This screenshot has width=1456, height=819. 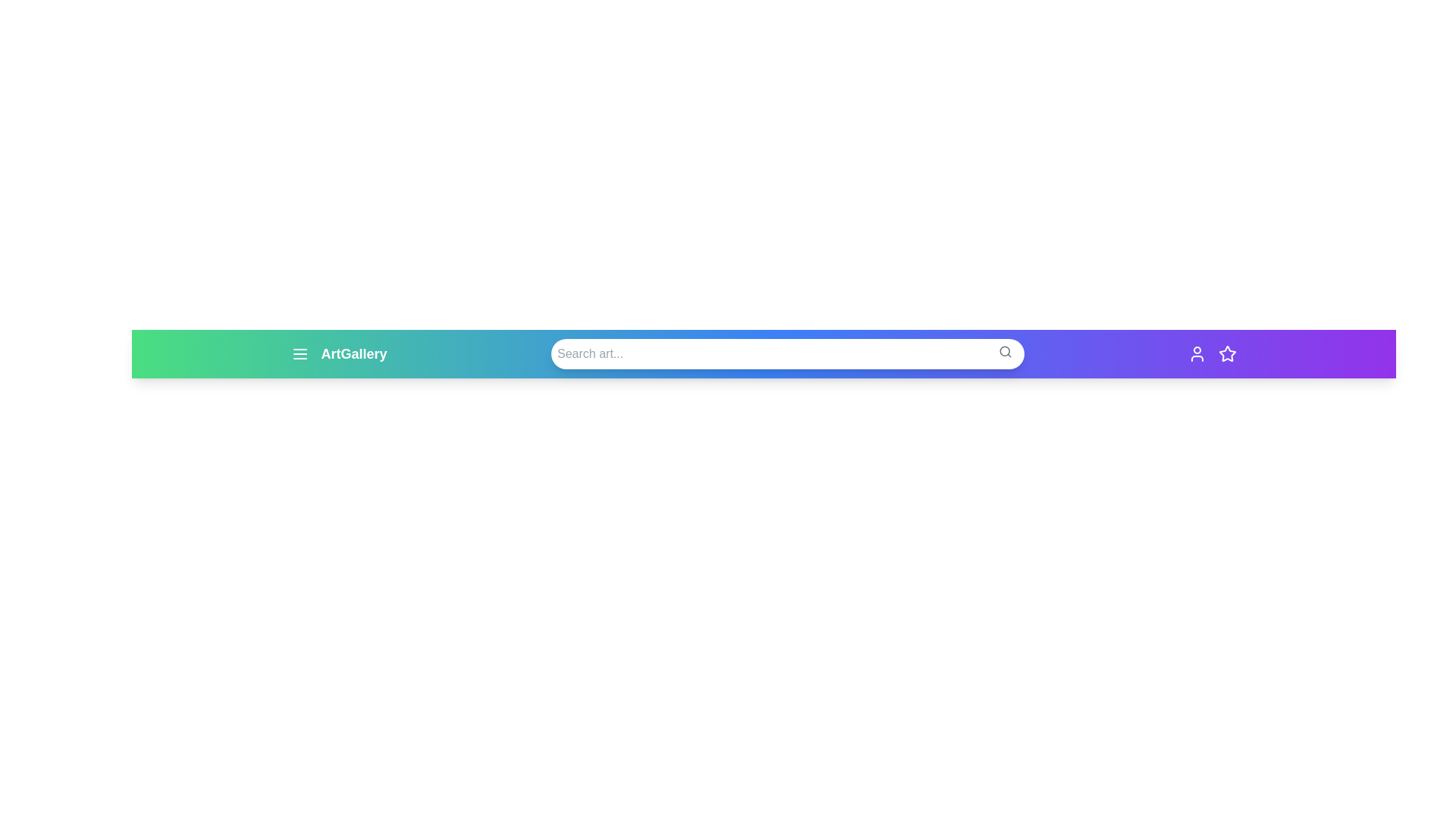 I want to click on the menu icon to toggle the menu, so click(x=300, y=353).